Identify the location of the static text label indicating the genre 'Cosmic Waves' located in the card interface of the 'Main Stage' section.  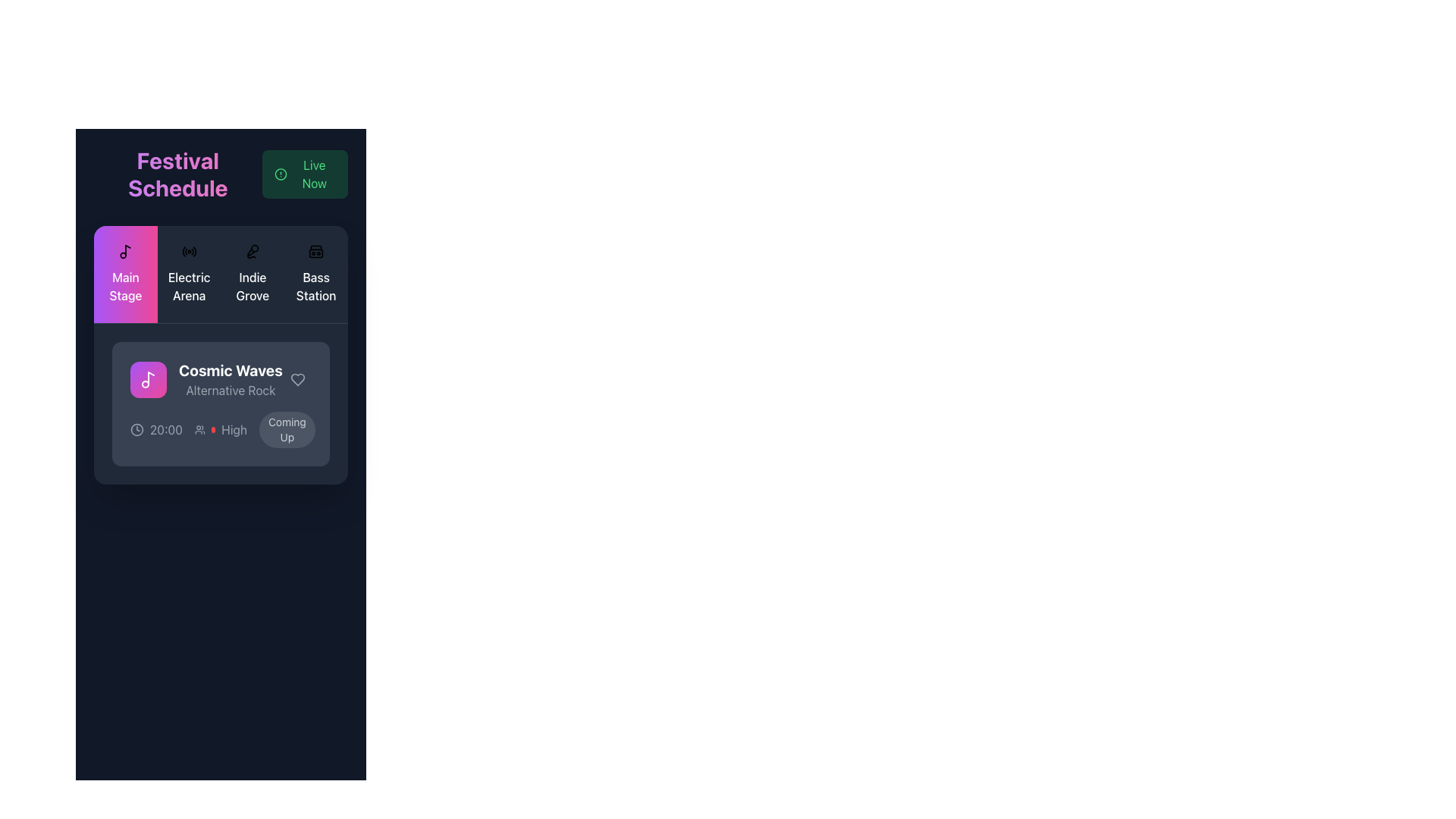
(230, 390).